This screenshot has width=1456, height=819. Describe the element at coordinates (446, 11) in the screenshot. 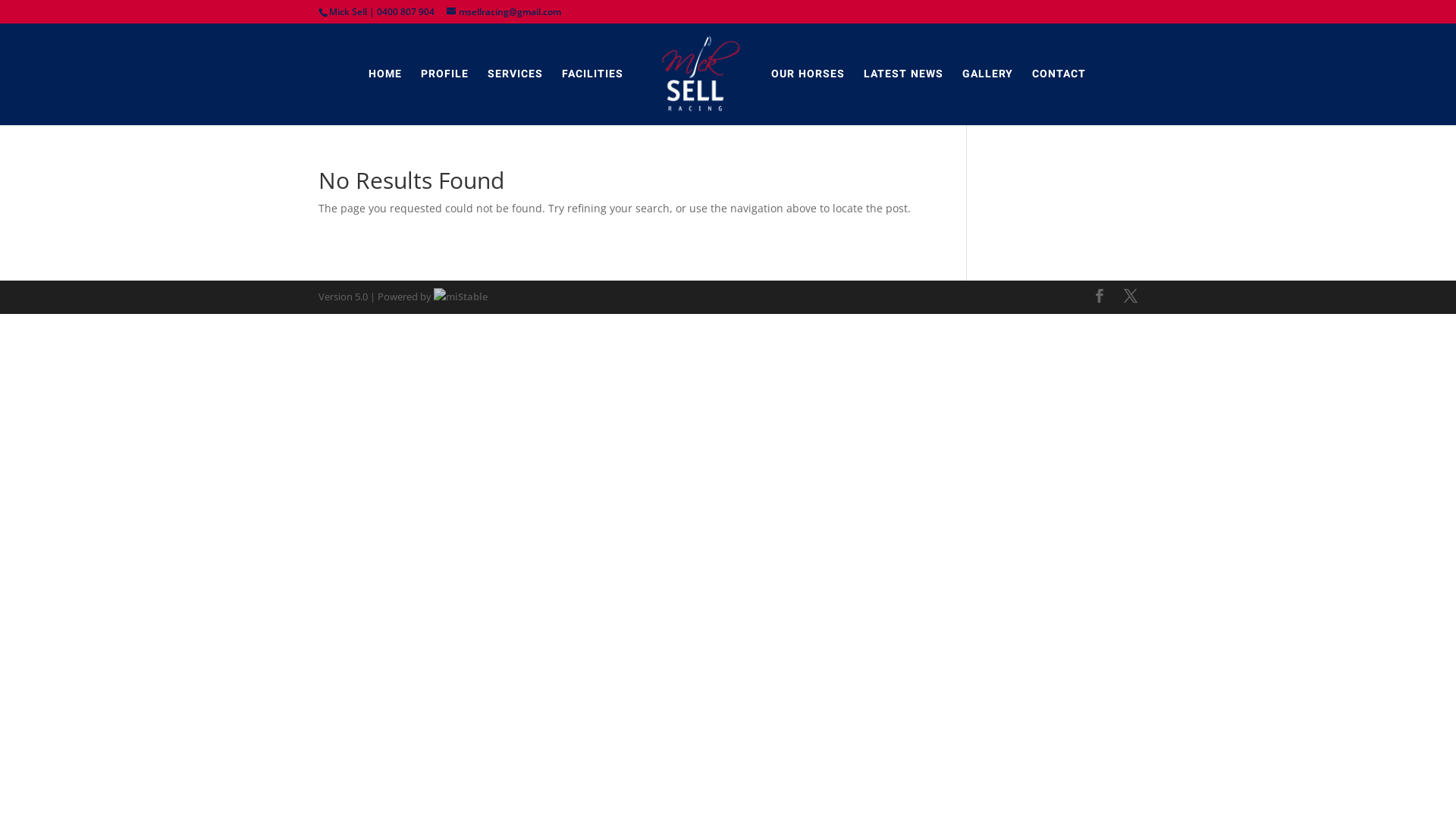

I see `'msellracing@gmail.com'` at that location.